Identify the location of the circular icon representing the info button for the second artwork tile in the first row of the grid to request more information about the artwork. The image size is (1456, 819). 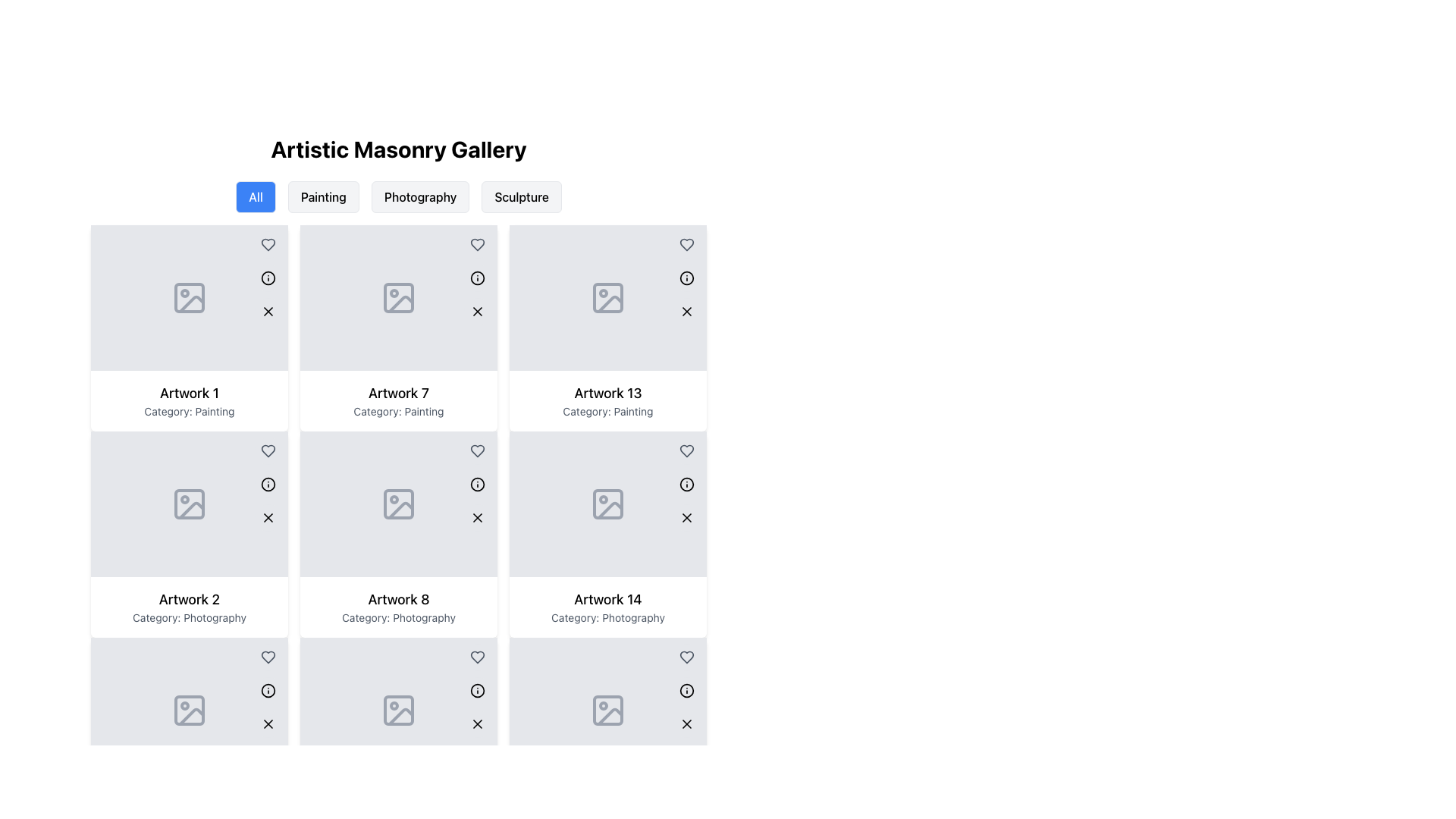
(476, 278).